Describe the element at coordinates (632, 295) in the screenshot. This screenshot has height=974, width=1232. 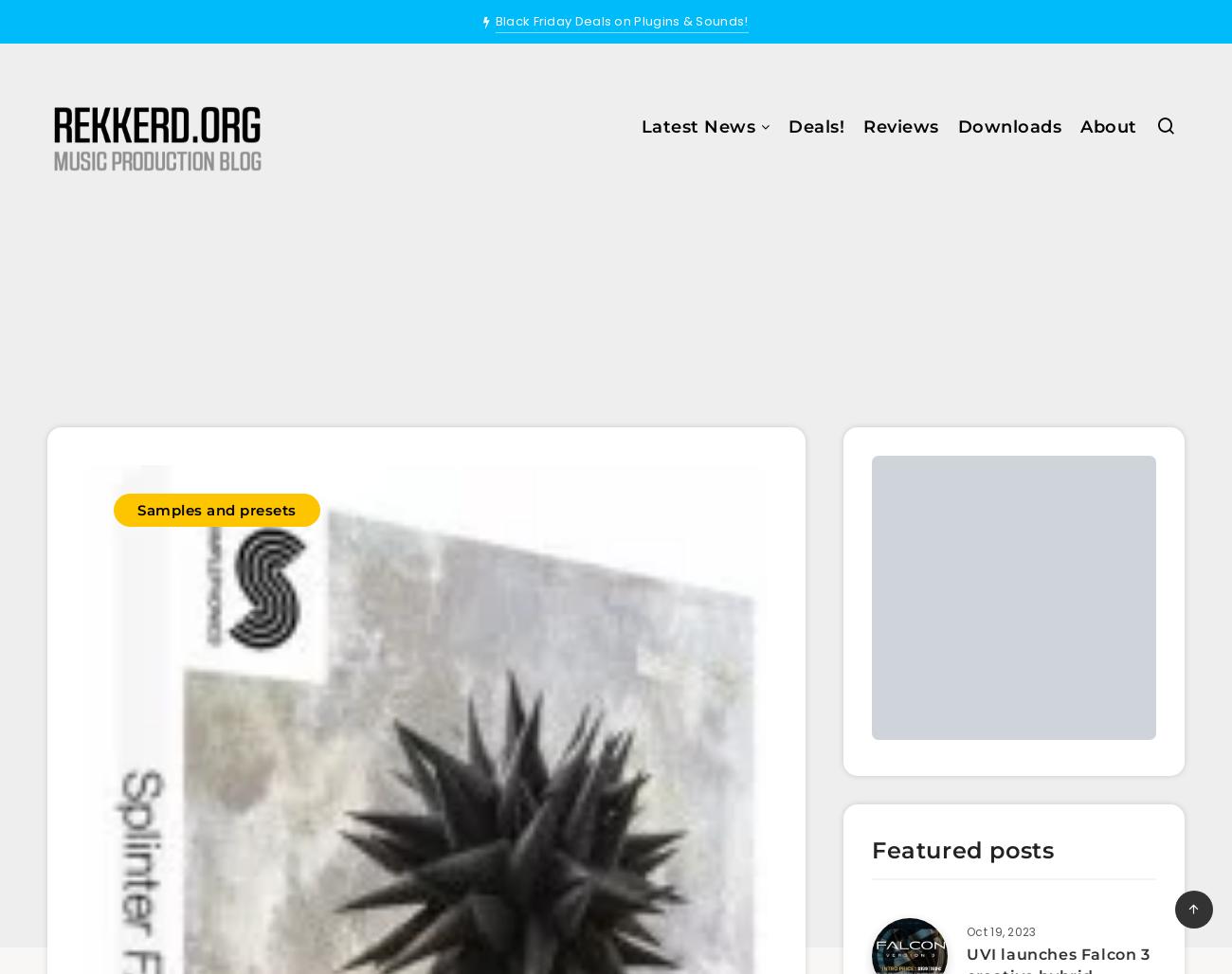
I see `'Samples and Presets'` at that location.